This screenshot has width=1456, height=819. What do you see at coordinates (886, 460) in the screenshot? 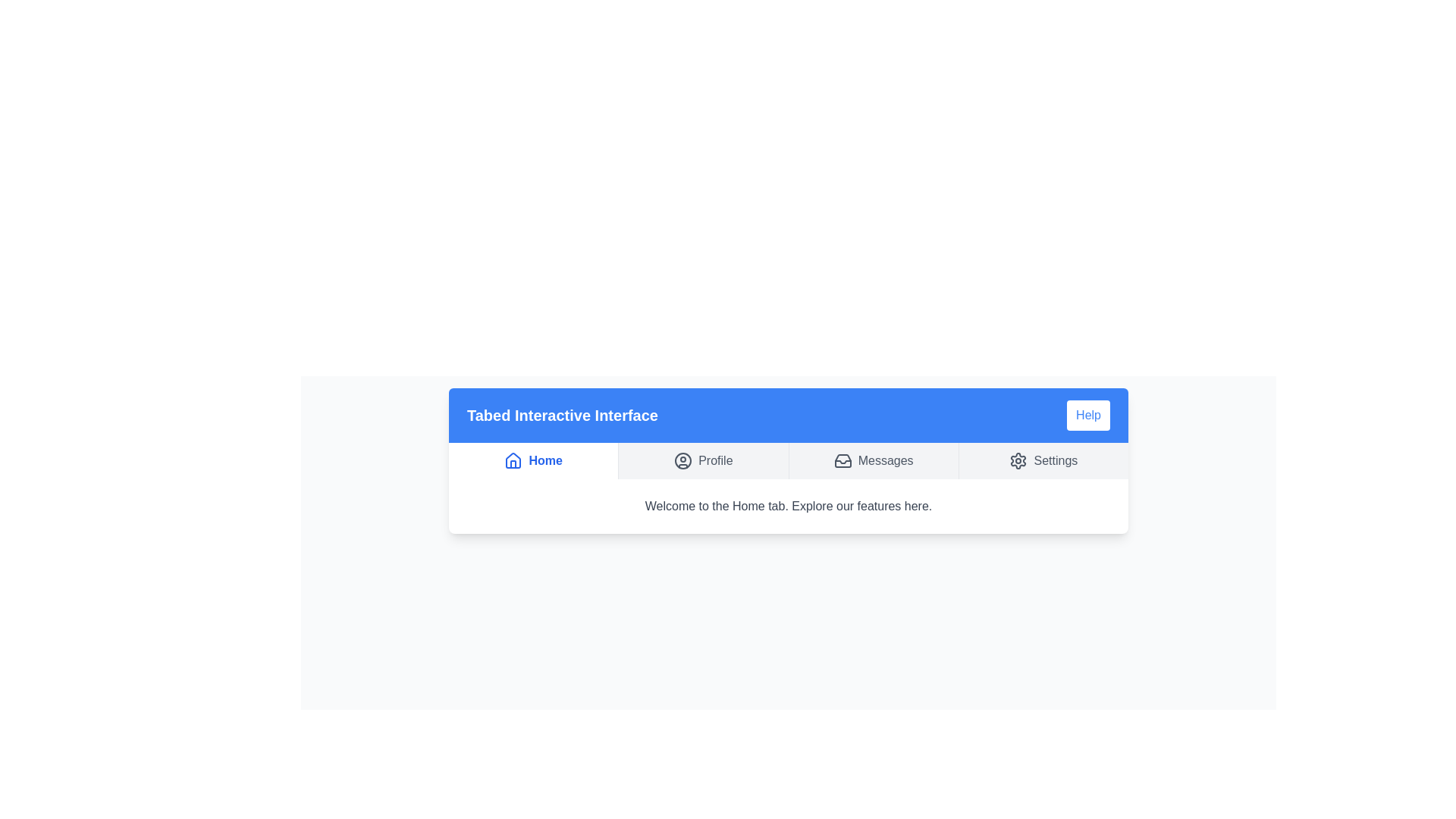
I see `the 'Messages' static text label in the horizontal navigation menu, which indicates its purpose related to user messages` at bounding box center [886, 460].